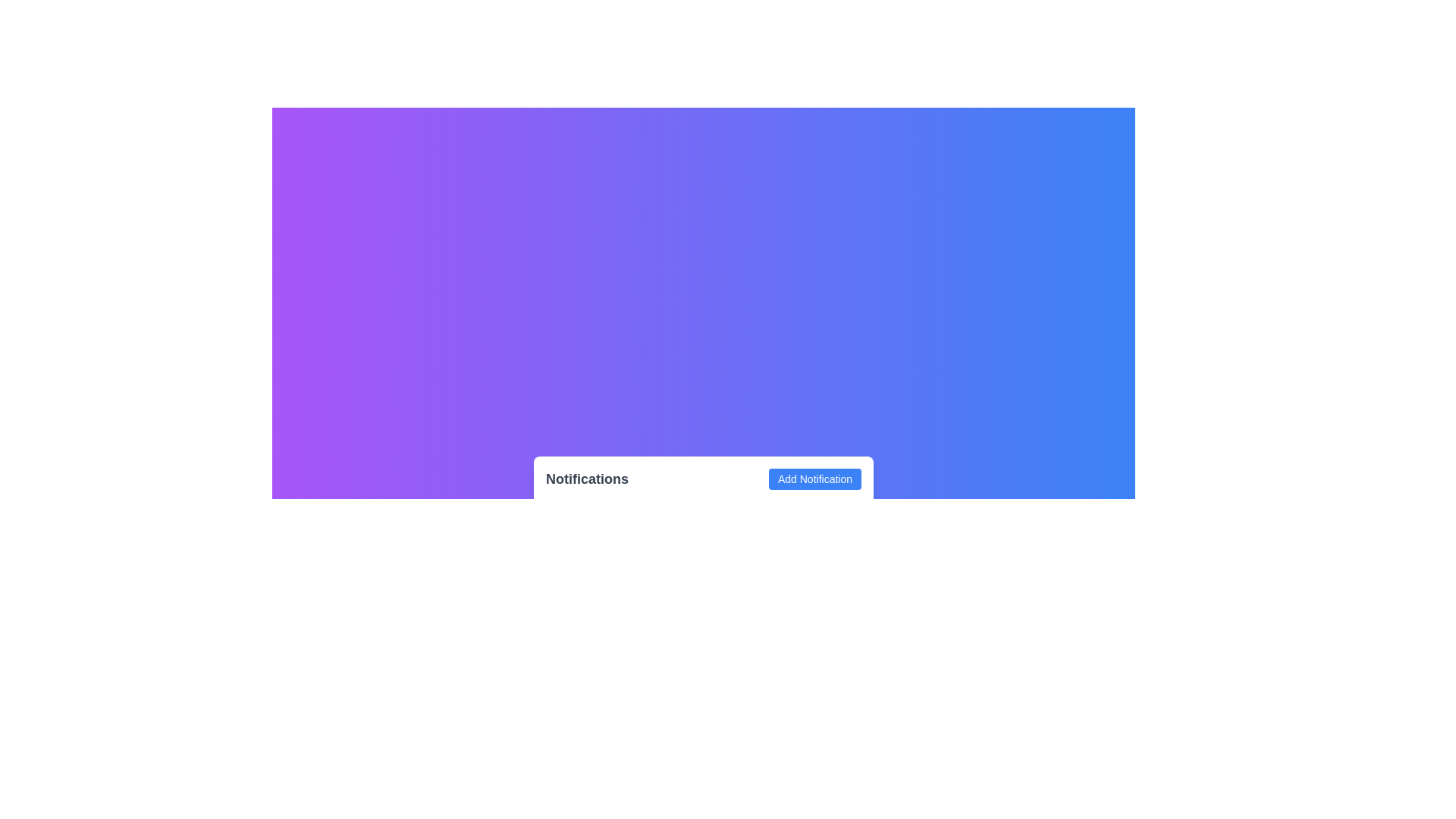 This screenshot has width=1456, height=819. I want to click on the button located at the right end of the header section next to the text 'Notifications', so click(814, 479).